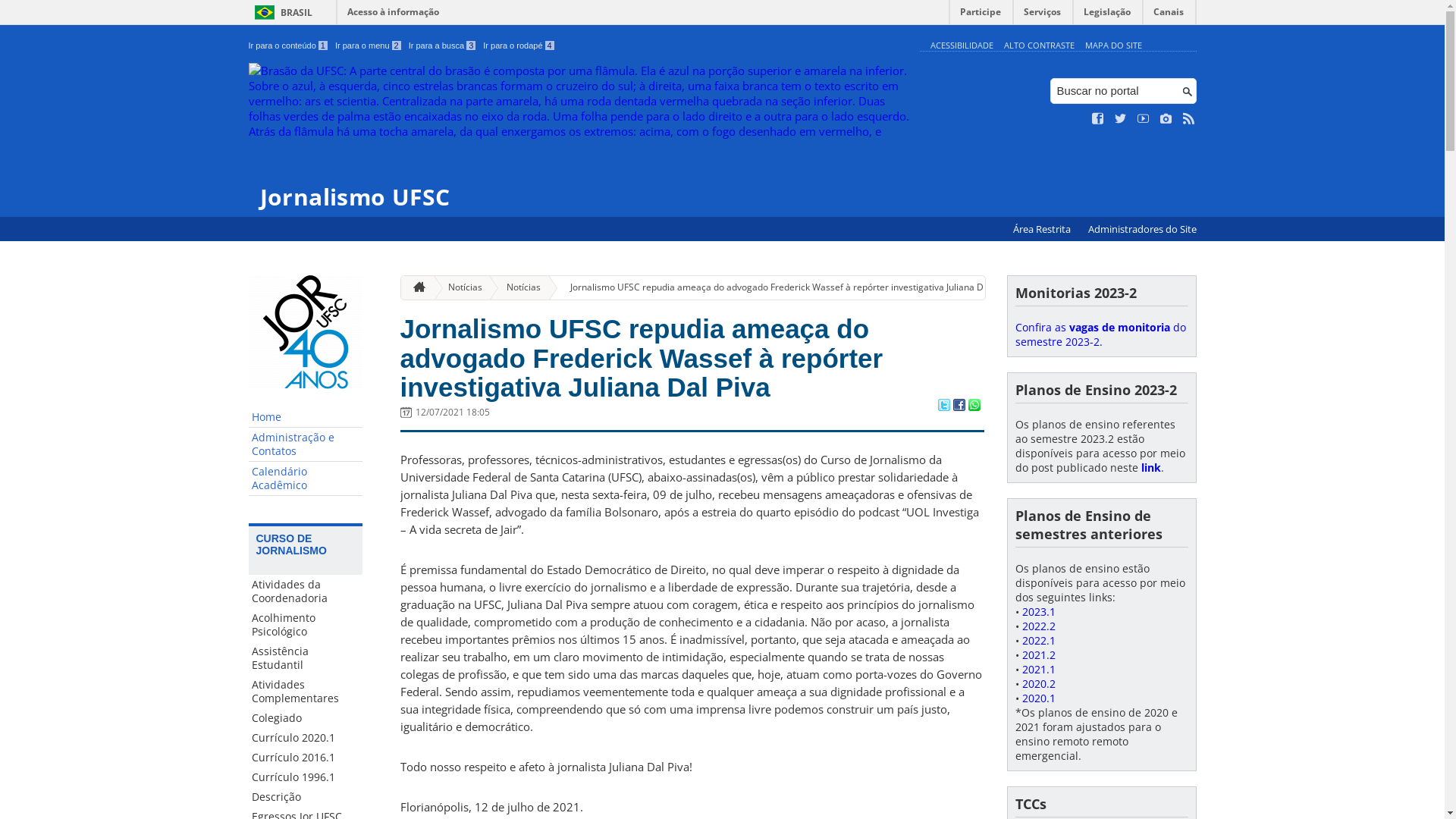 This screenshot has height=819, width=1456. Describe the element at coordinates (408, 45) in the screenshot. I see `'Ir para a busca 3'` at that location.